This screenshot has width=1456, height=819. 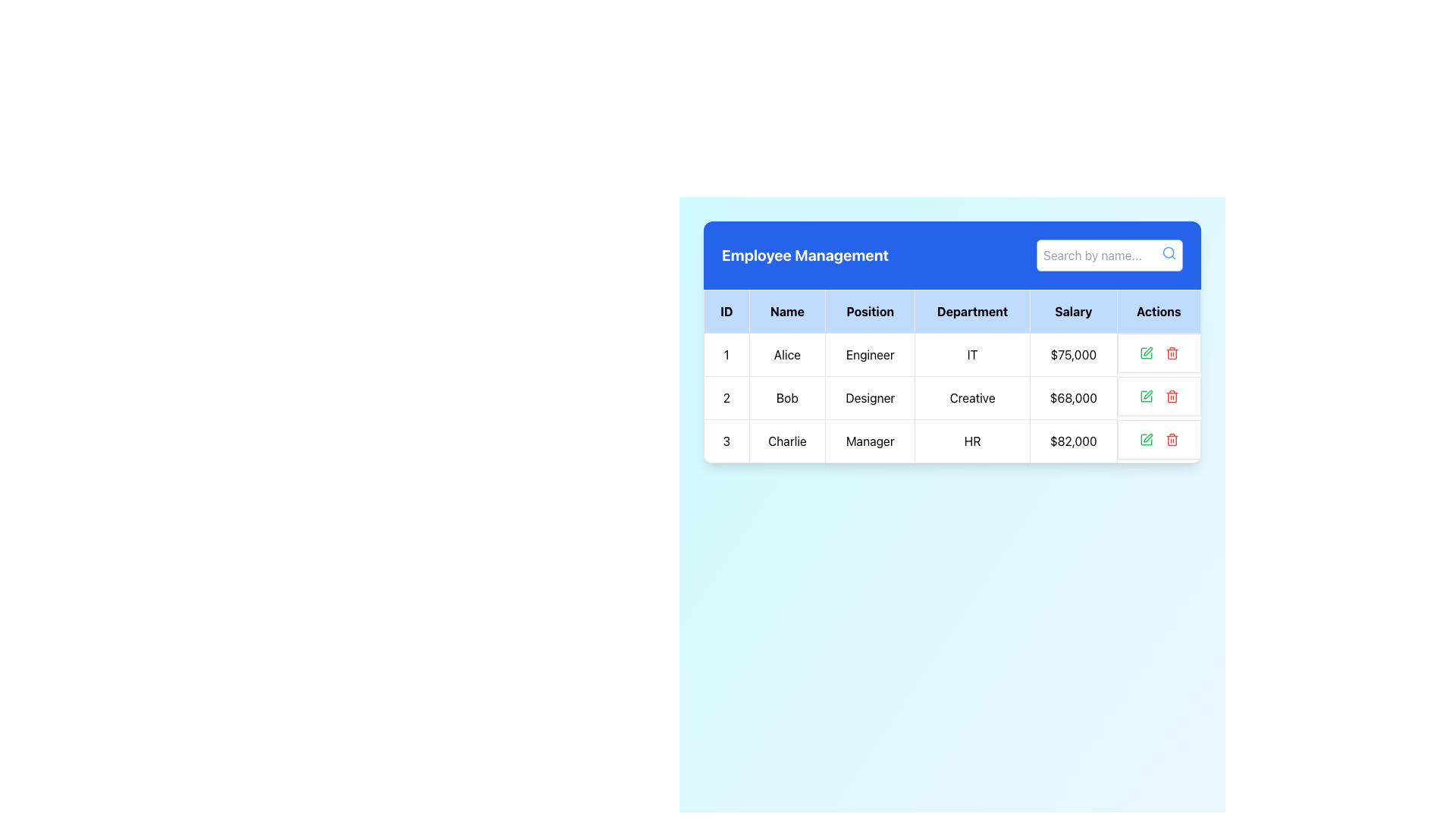 I want to click on the non-interactive text display showing the salary amount for 'Bob', located in the second row of the table under the 'Salary' column, so click(x=1072, y=397).